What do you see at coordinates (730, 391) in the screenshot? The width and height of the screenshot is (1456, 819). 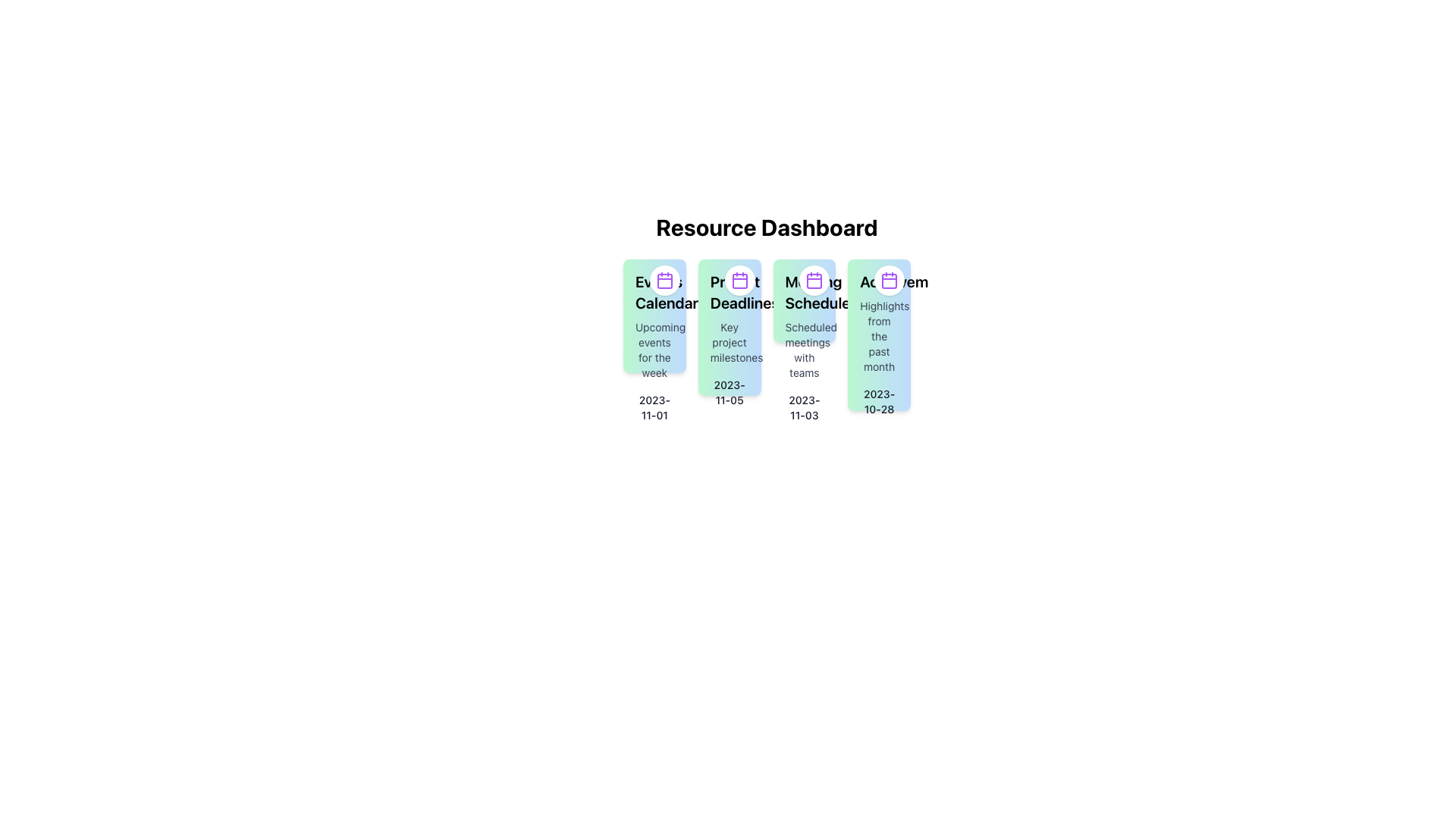 I see `date information displayed as '2023-11-05' in a small, bold font beneath the 'Key project milestones' section` at bounding box center [730, 391].